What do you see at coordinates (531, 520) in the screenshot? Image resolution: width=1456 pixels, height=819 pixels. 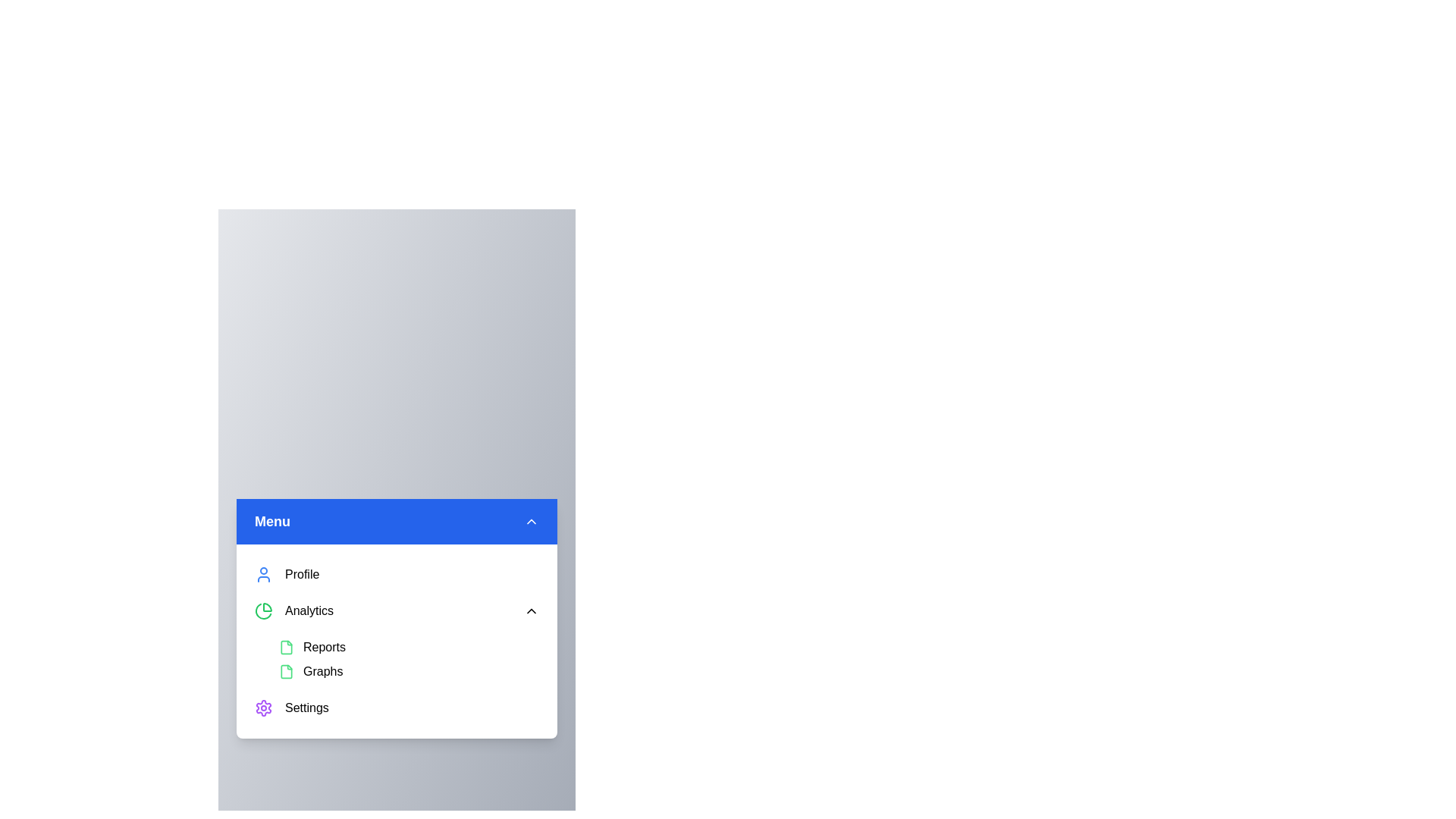 I see `the Toggle button (icon-based) represented by an up-chevron` at bounding box center [531, 520].